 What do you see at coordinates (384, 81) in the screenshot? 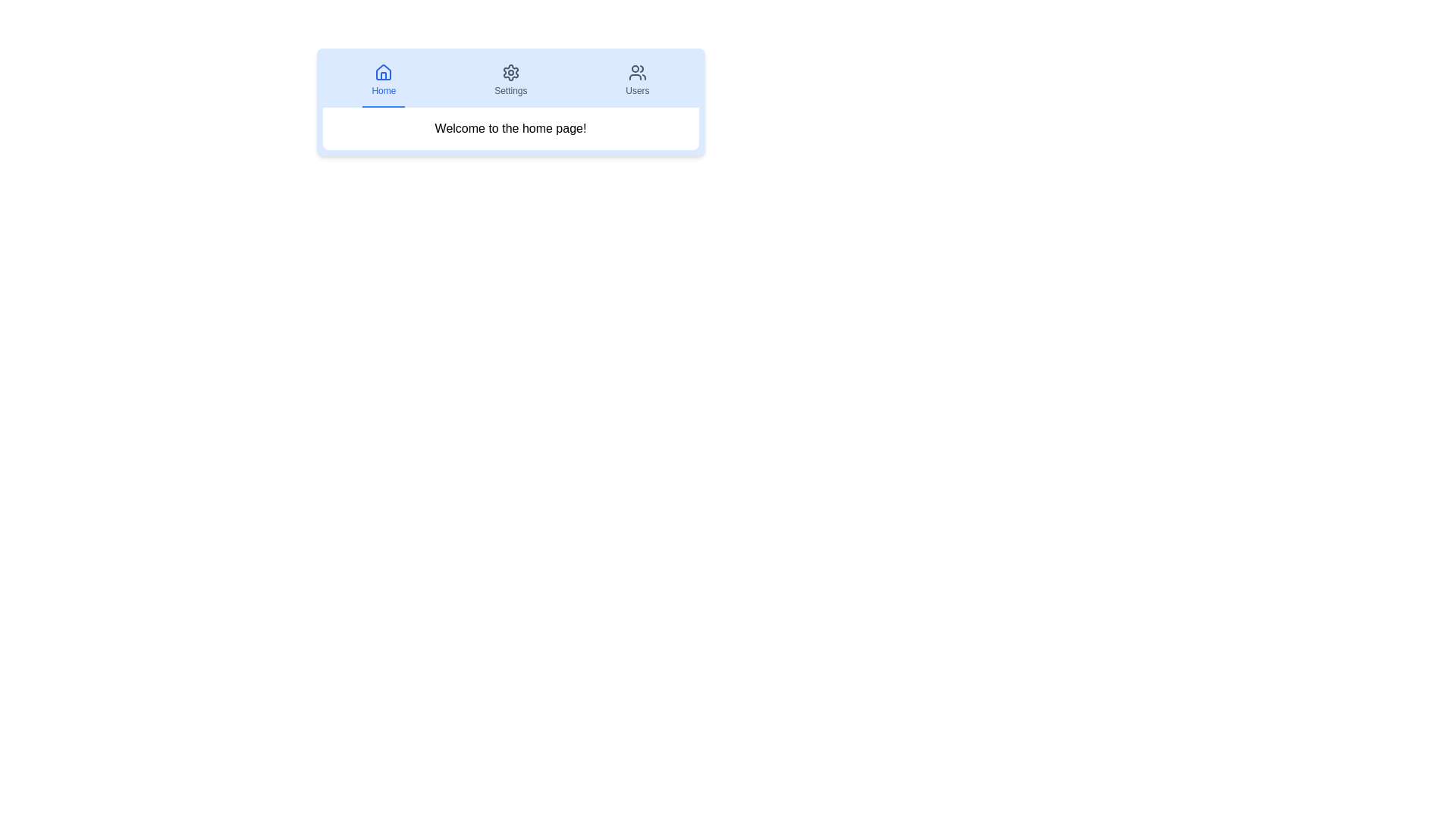
I see `the tab labeled Home to display its content` at bounding box center [384, 81].